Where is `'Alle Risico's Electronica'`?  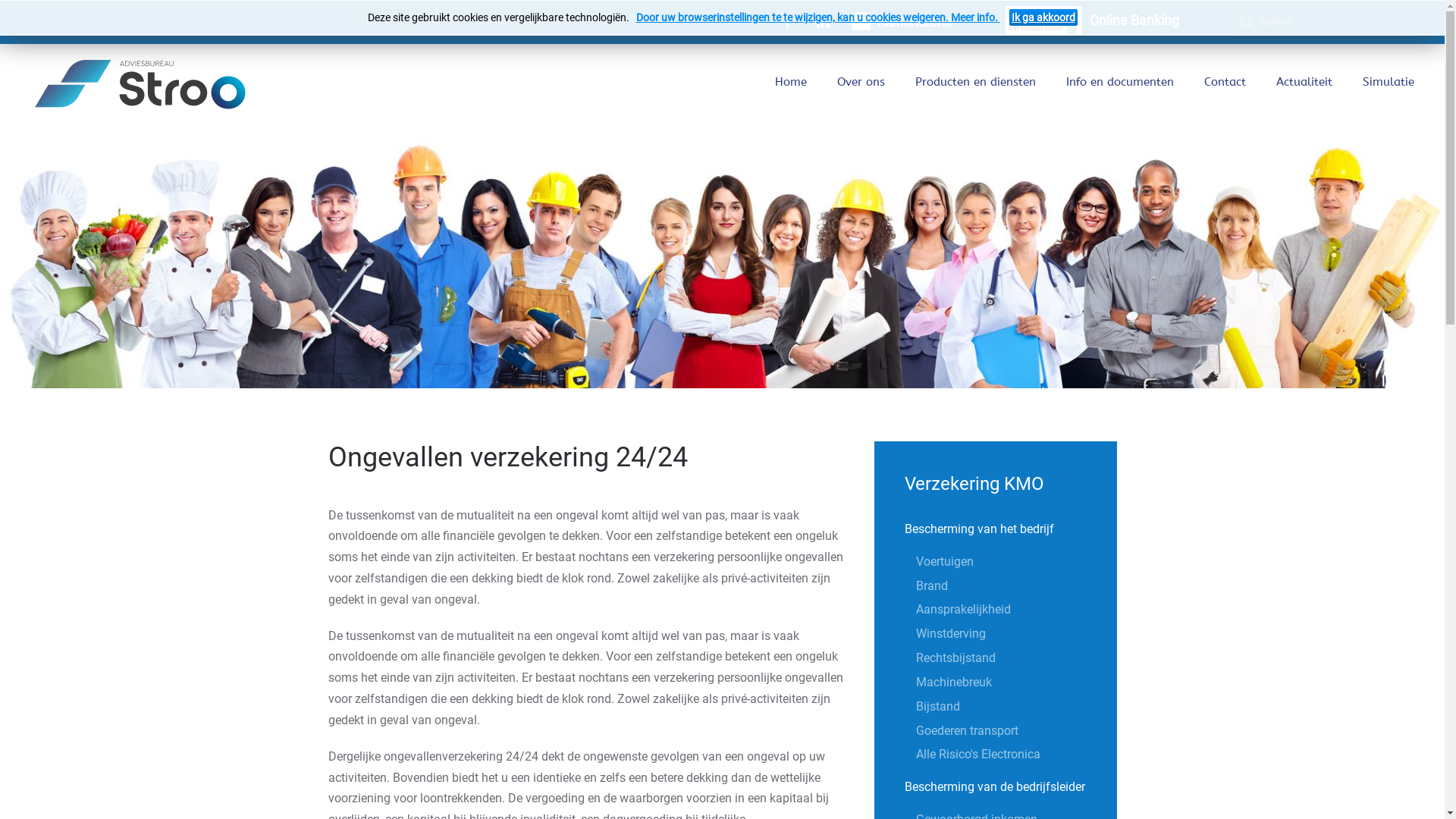 'Alle Risico's Electronica' is located at coordinates (1016, 755).